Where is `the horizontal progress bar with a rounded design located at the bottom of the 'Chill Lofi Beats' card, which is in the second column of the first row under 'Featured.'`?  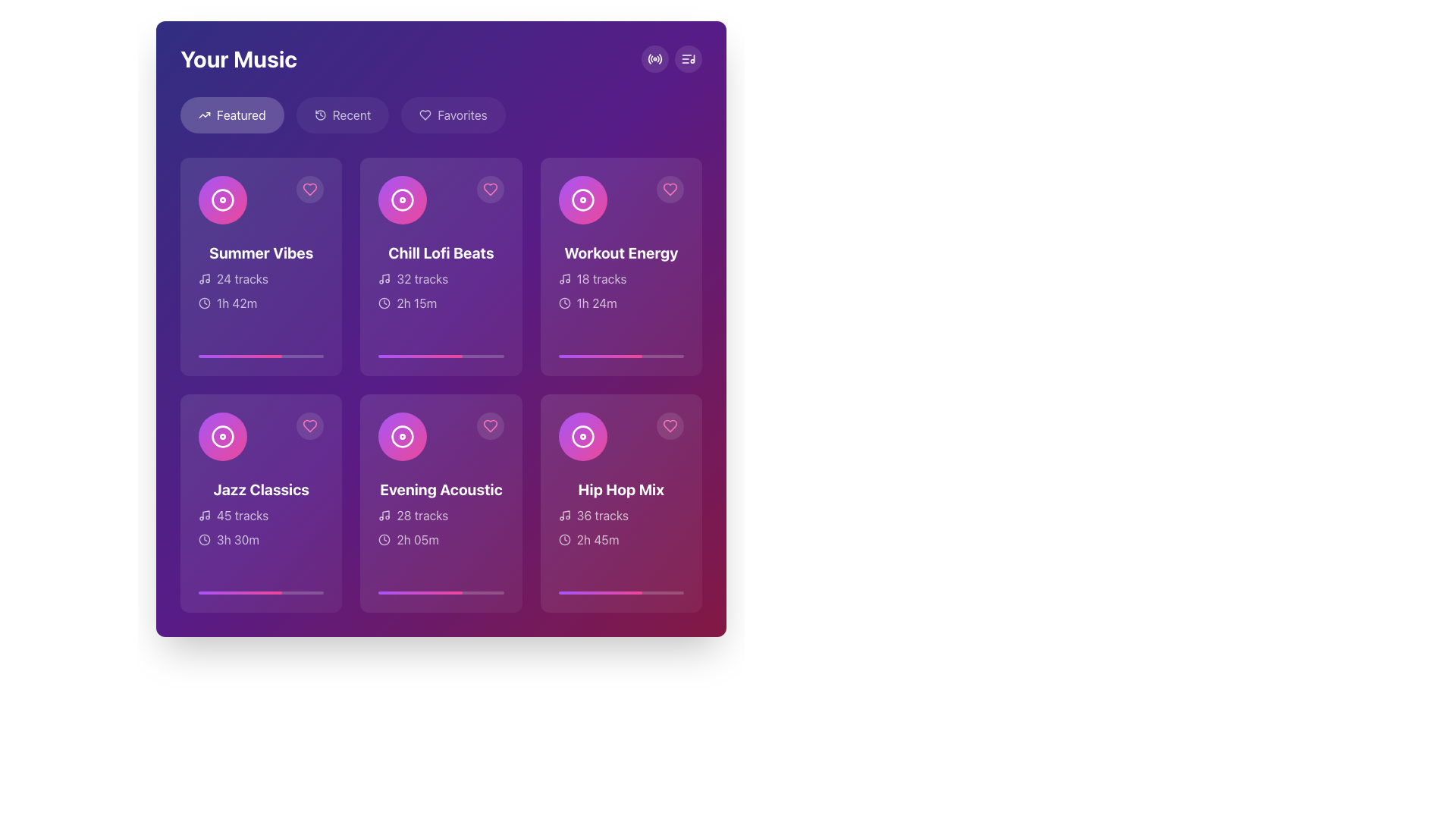 the horizontal progress bar with a rounded design located at the bottom of the 'Chill Lofi Beats' card, which is in the second column of the first row under 'Featured.' is located at coordinates (440, 356).